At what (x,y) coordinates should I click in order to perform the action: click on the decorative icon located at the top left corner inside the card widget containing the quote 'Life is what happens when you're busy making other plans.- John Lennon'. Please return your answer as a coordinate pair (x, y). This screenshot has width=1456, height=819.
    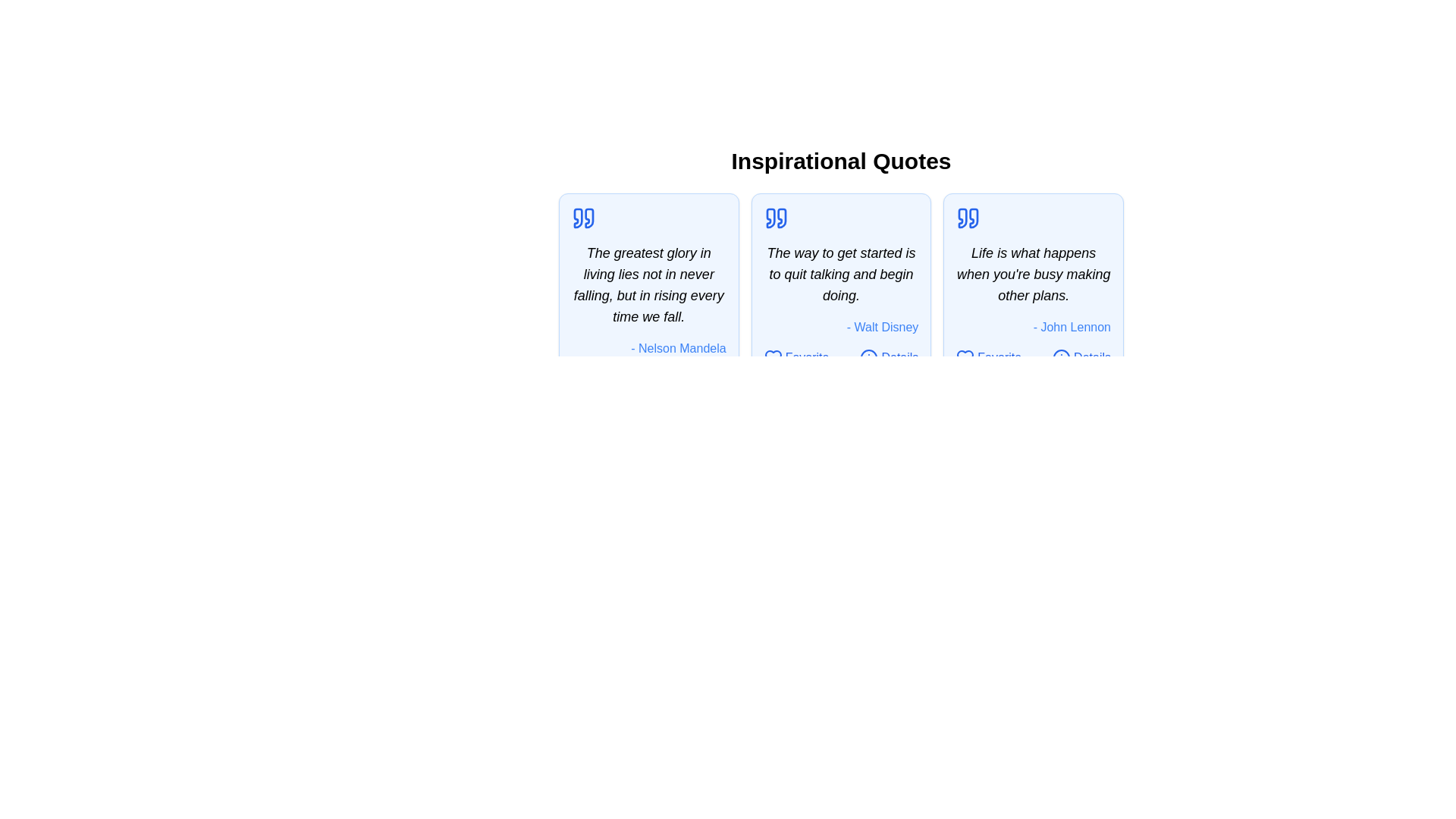
    Looking at the image, I should click on (968, 218).